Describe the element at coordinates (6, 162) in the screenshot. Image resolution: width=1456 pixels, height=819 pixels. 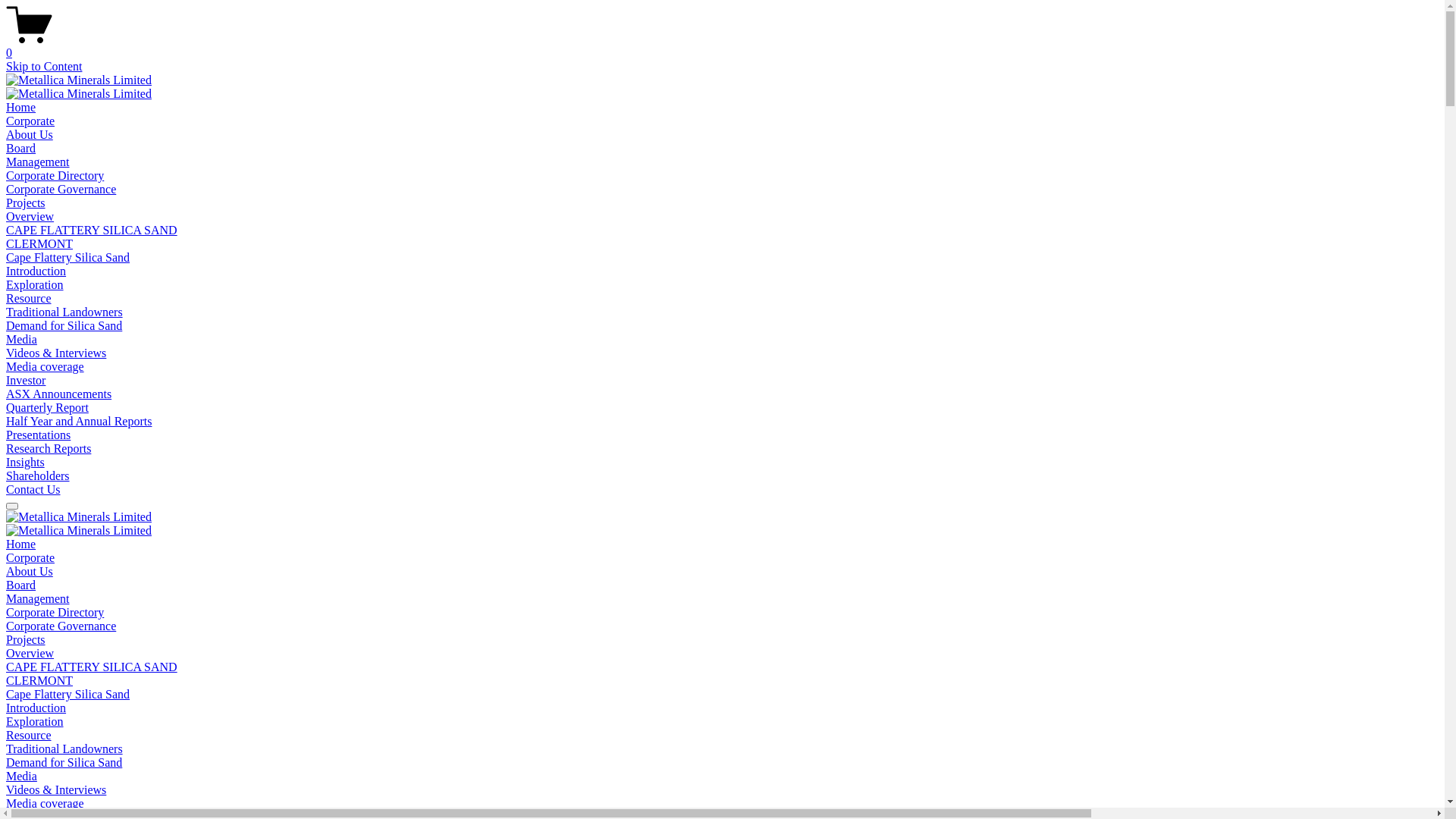
I see `'Management'` at that location.